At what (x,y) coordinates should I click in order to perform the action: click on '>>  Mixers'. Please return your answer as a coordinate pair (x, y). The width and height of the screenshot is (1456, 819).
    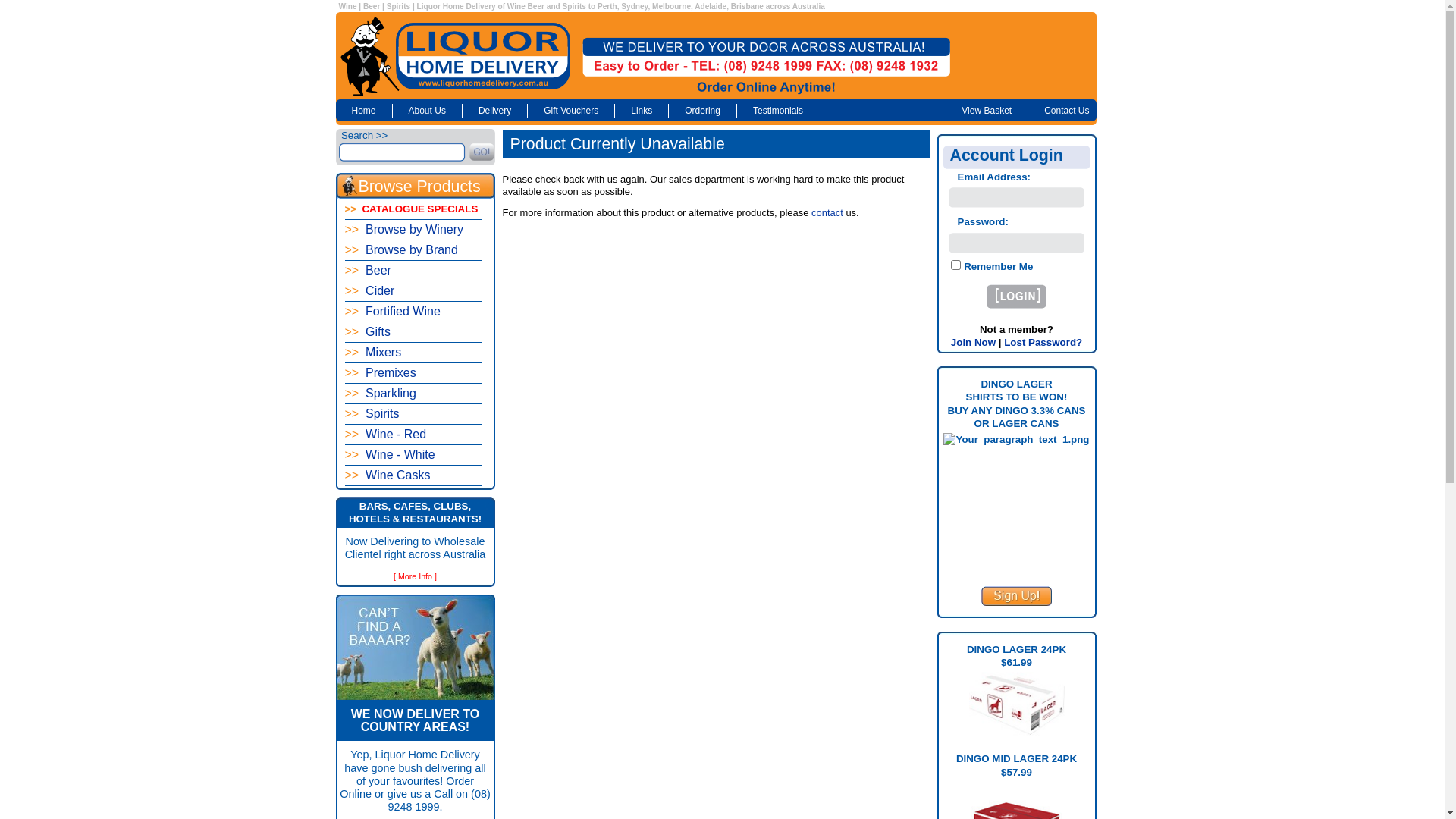
    Looking at the image, I should click on (412, 353).